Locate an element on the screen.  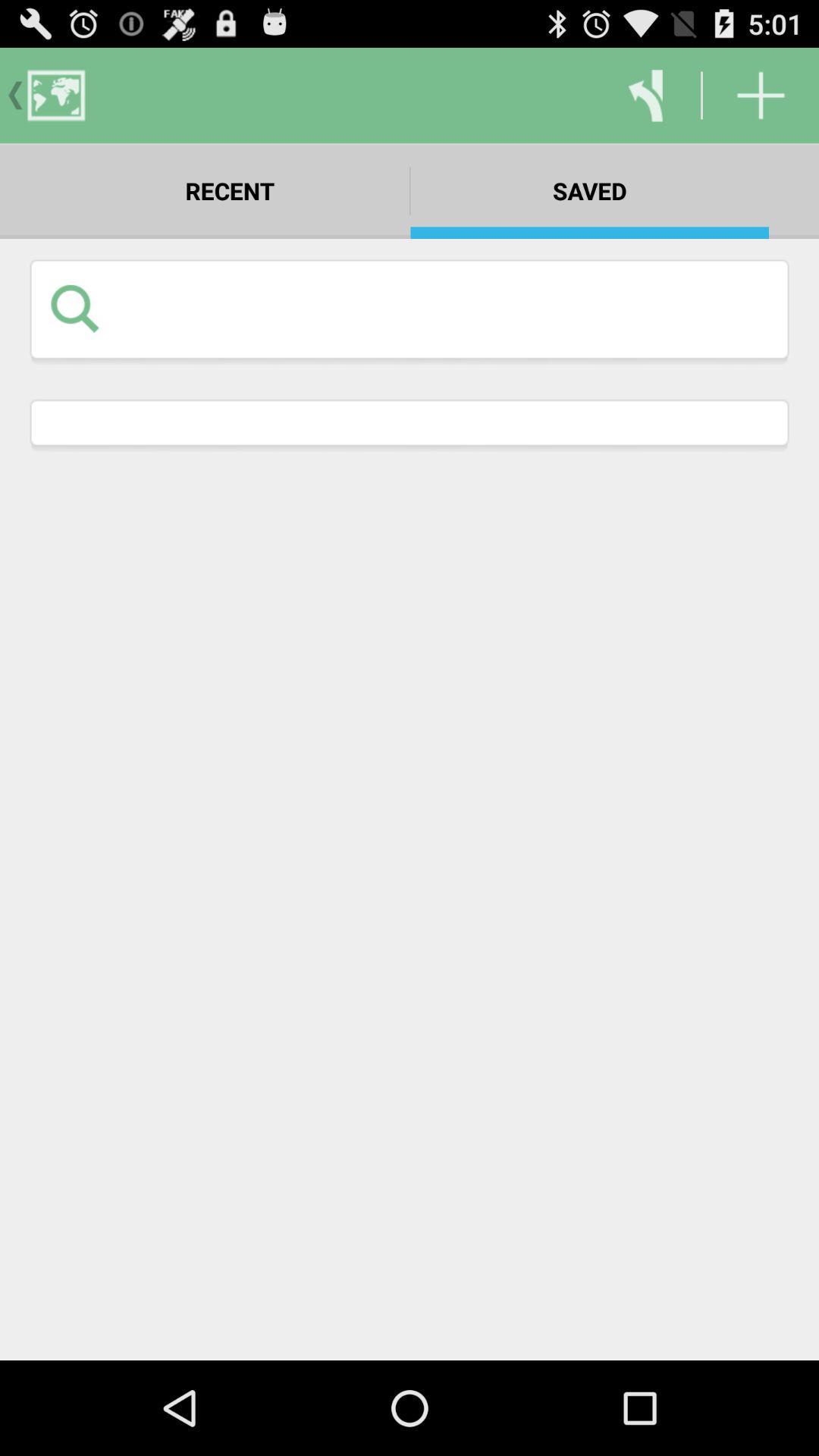
enter for searching is located at coordinates (443, 307).